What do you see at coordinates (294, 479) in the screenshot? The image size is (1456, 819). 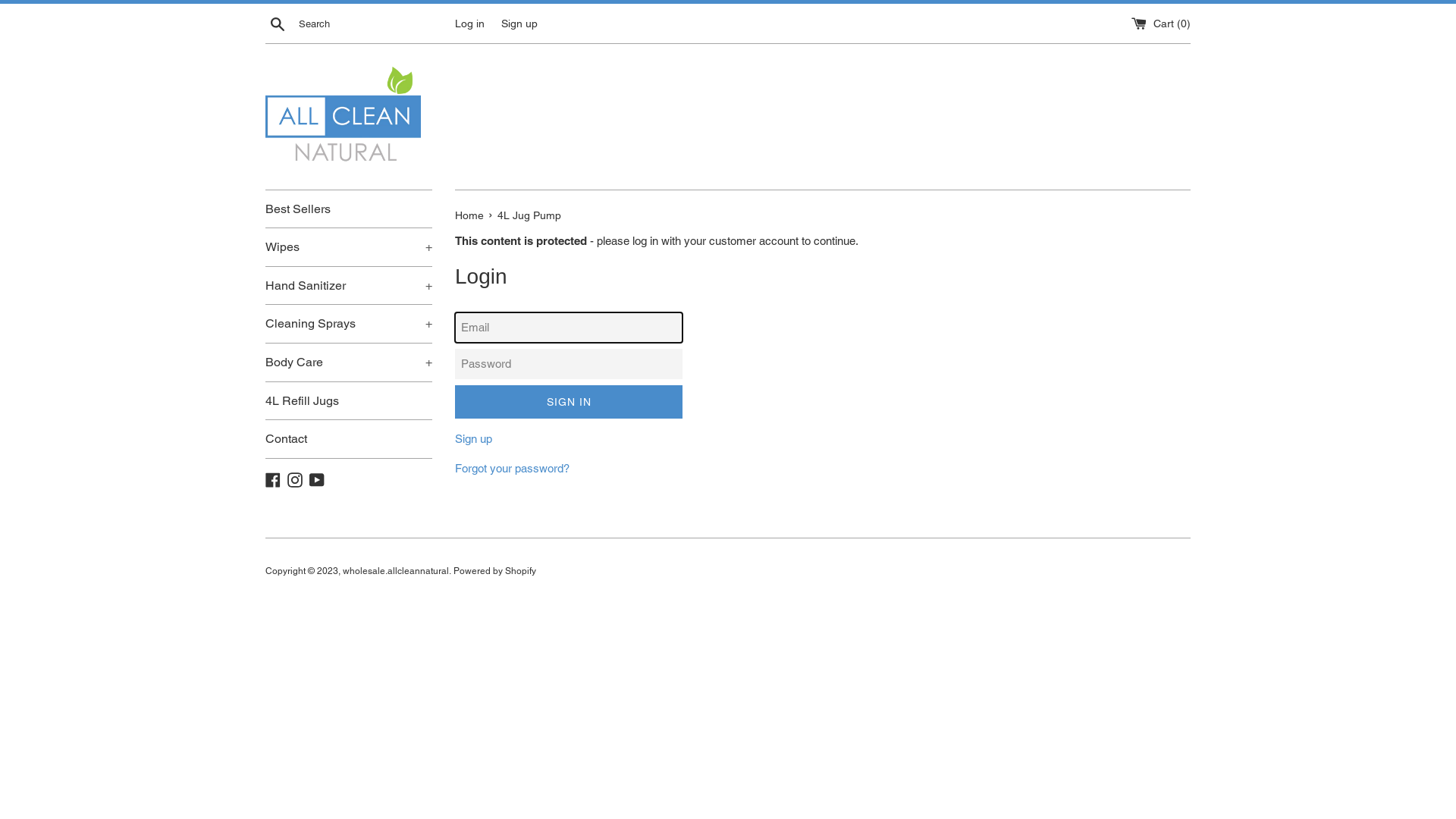 I see `'Instagram'` at bounding box center [294, 479].